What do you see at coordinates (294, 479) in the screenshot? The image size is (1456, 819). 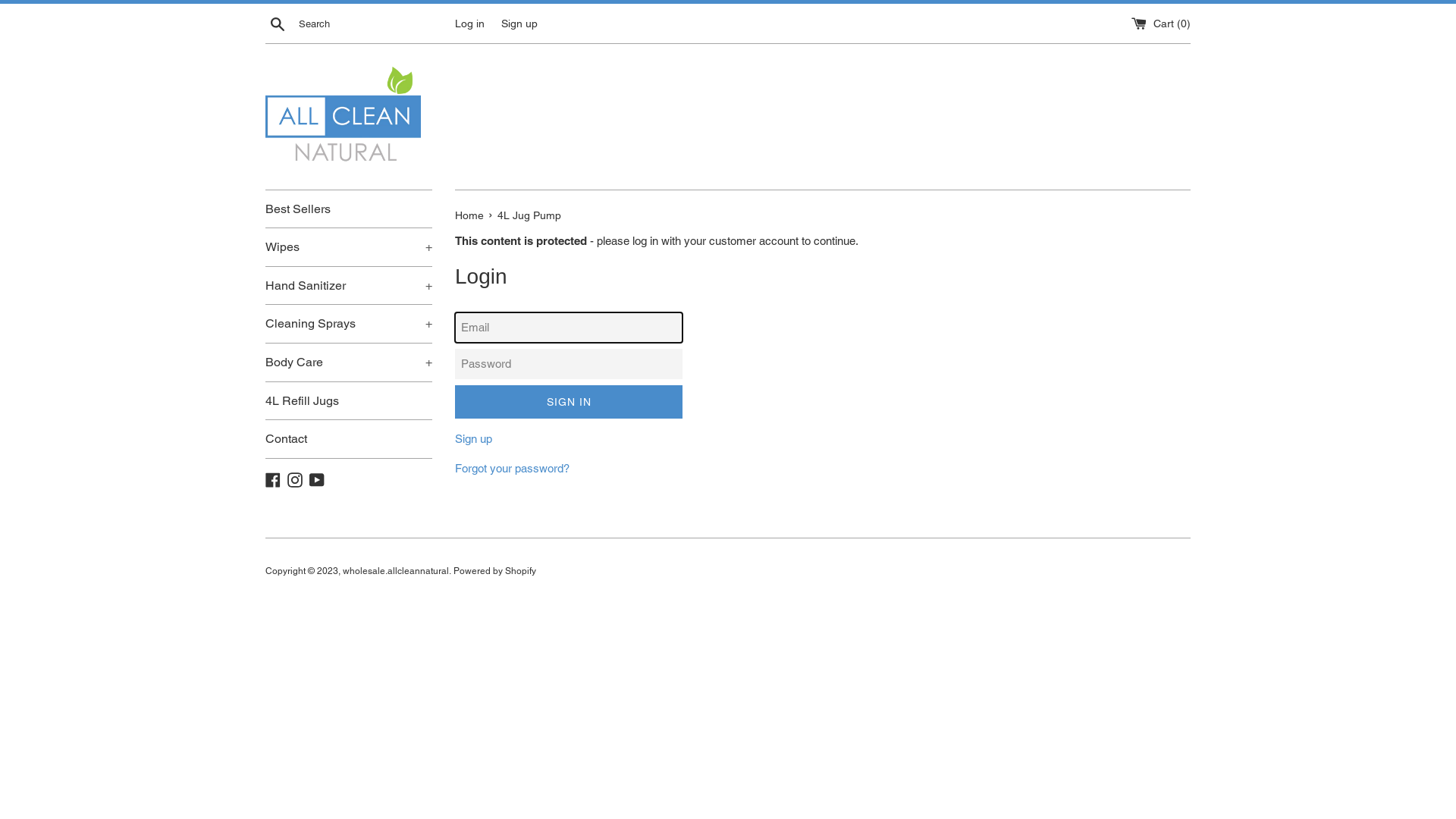 I see `'Instagram'` at bounding box center [294, 479].